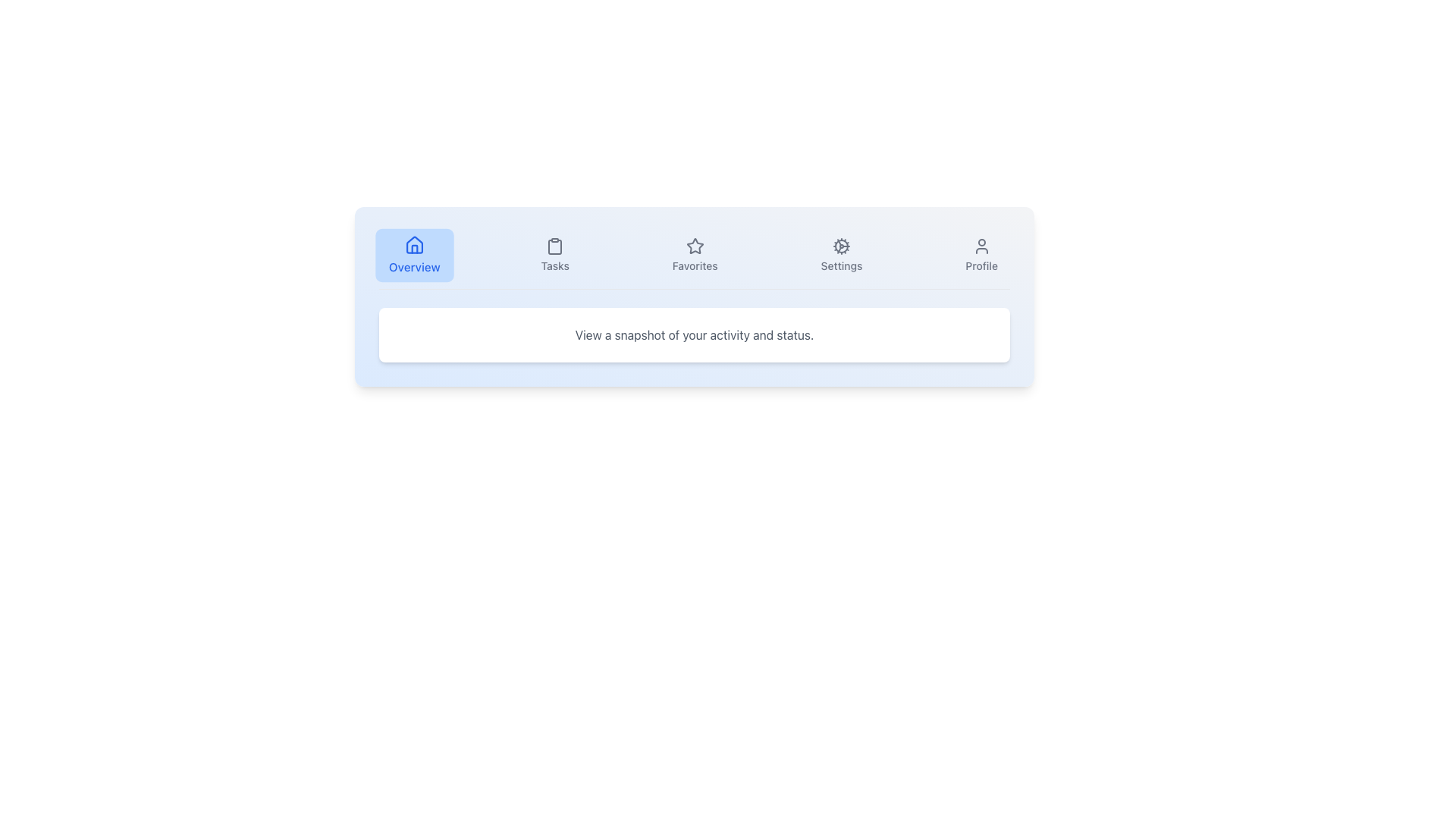 This screenshot has height=819, width=1456. Describe the element at coordinates (414, 244) in the screenshot. I see `the house icon representing the 'Overview' section in the navigation bar` at that location.